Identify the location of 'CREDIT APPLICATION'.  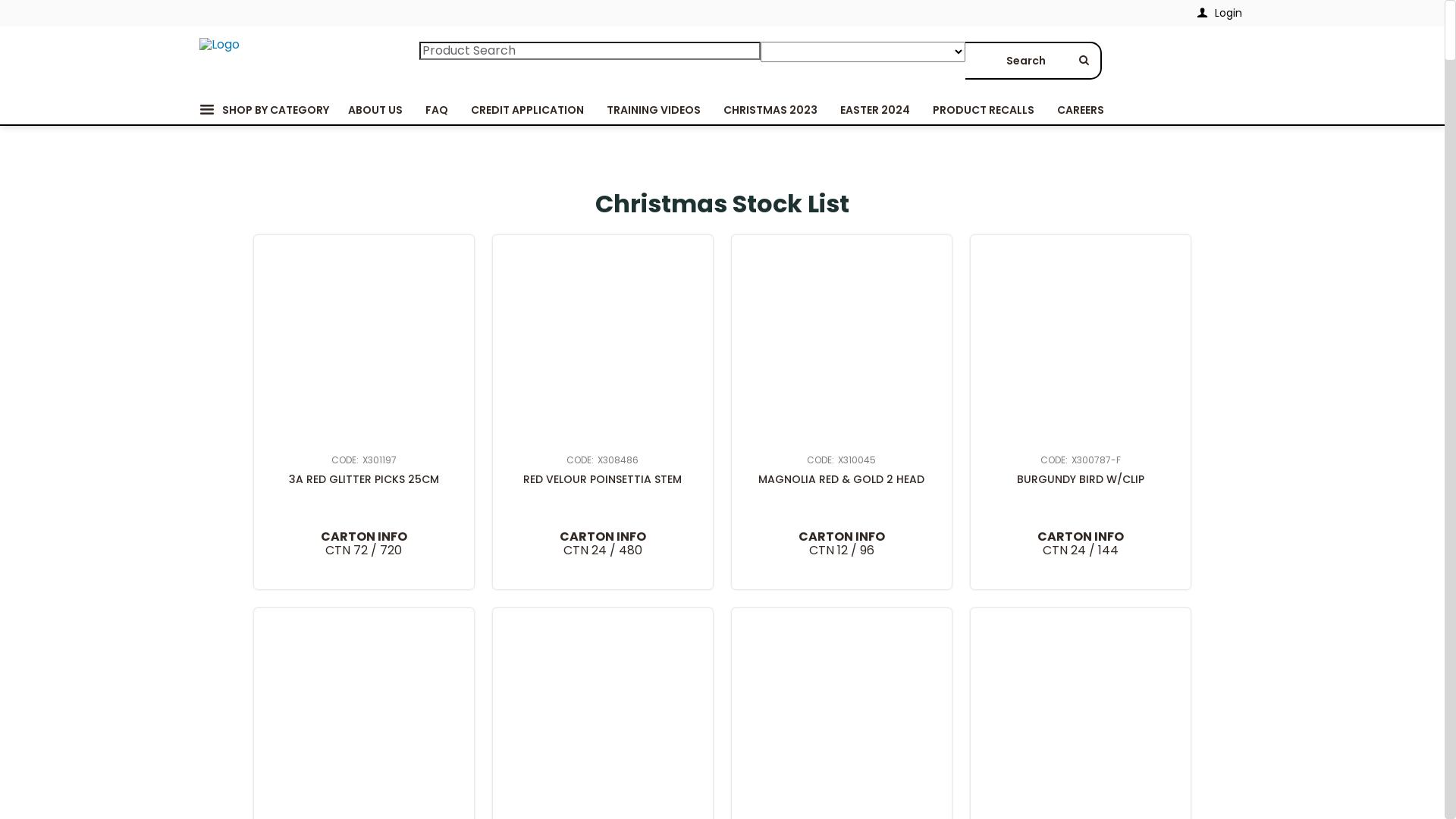
(458, 109).